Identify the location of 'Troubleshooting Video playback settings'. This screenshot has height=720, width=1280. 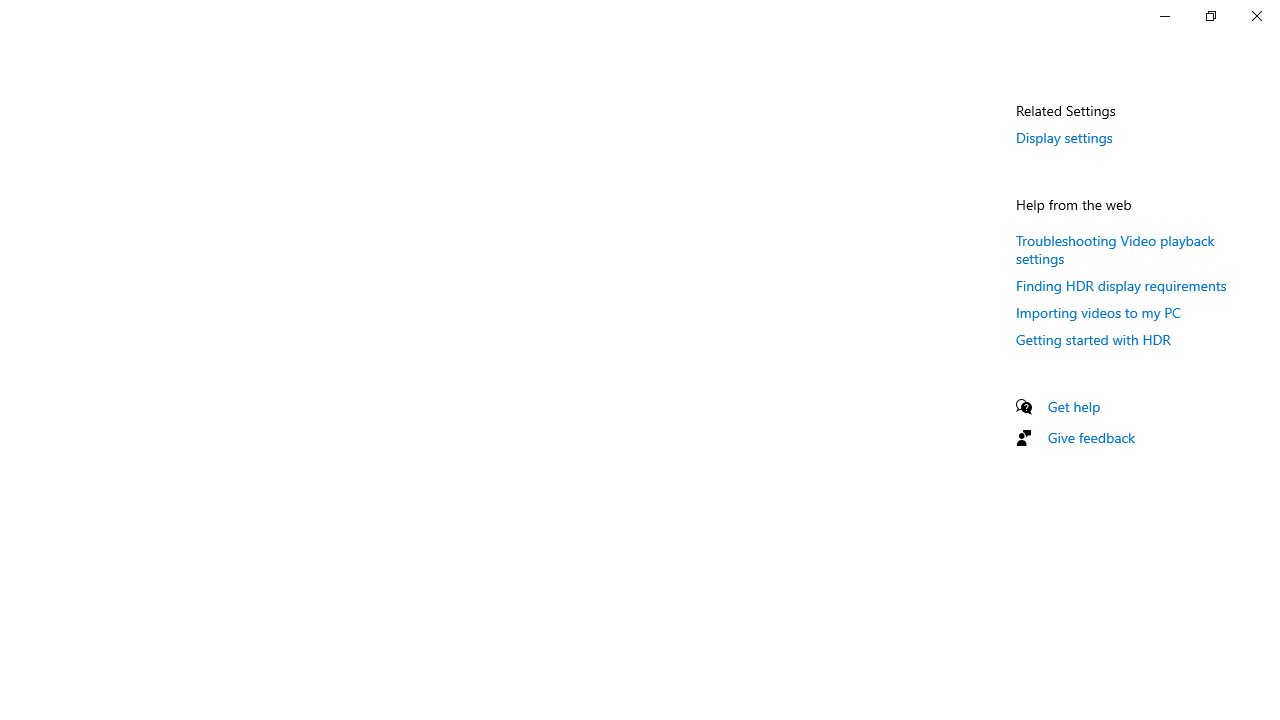
(1114, 247).